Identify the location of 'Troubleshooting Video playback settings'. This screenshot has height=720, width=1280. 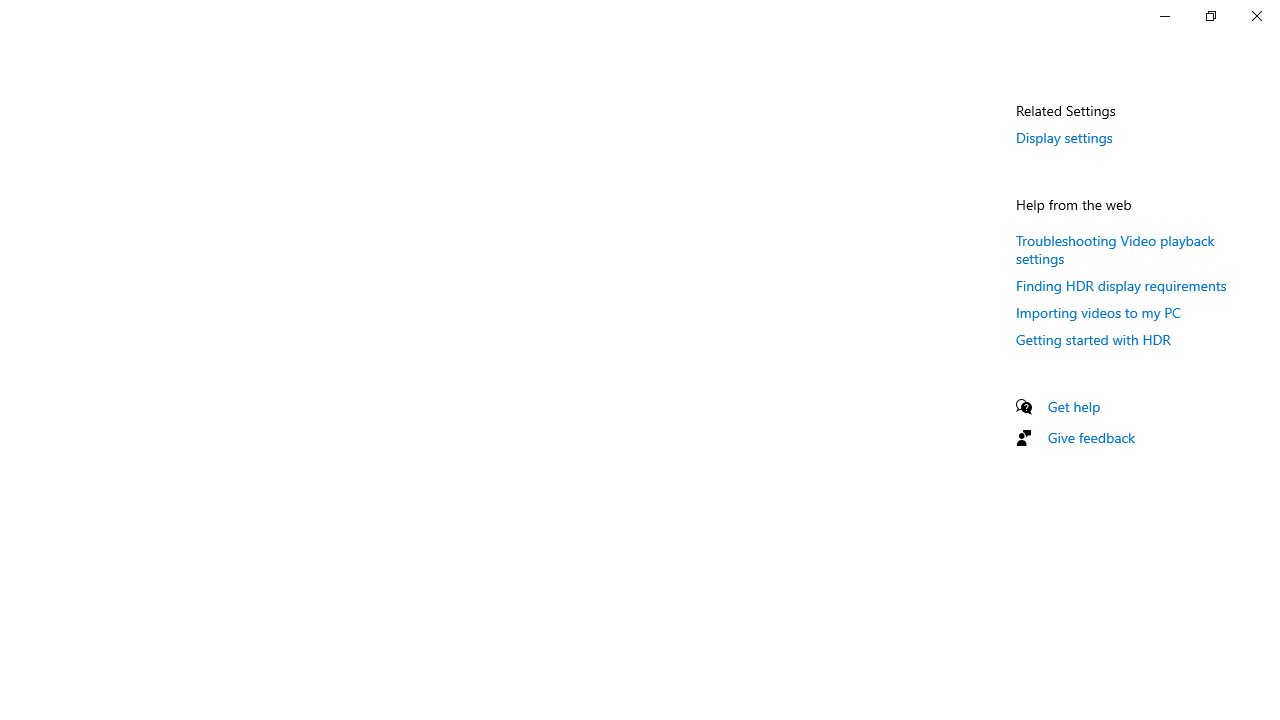
(1114, 247).